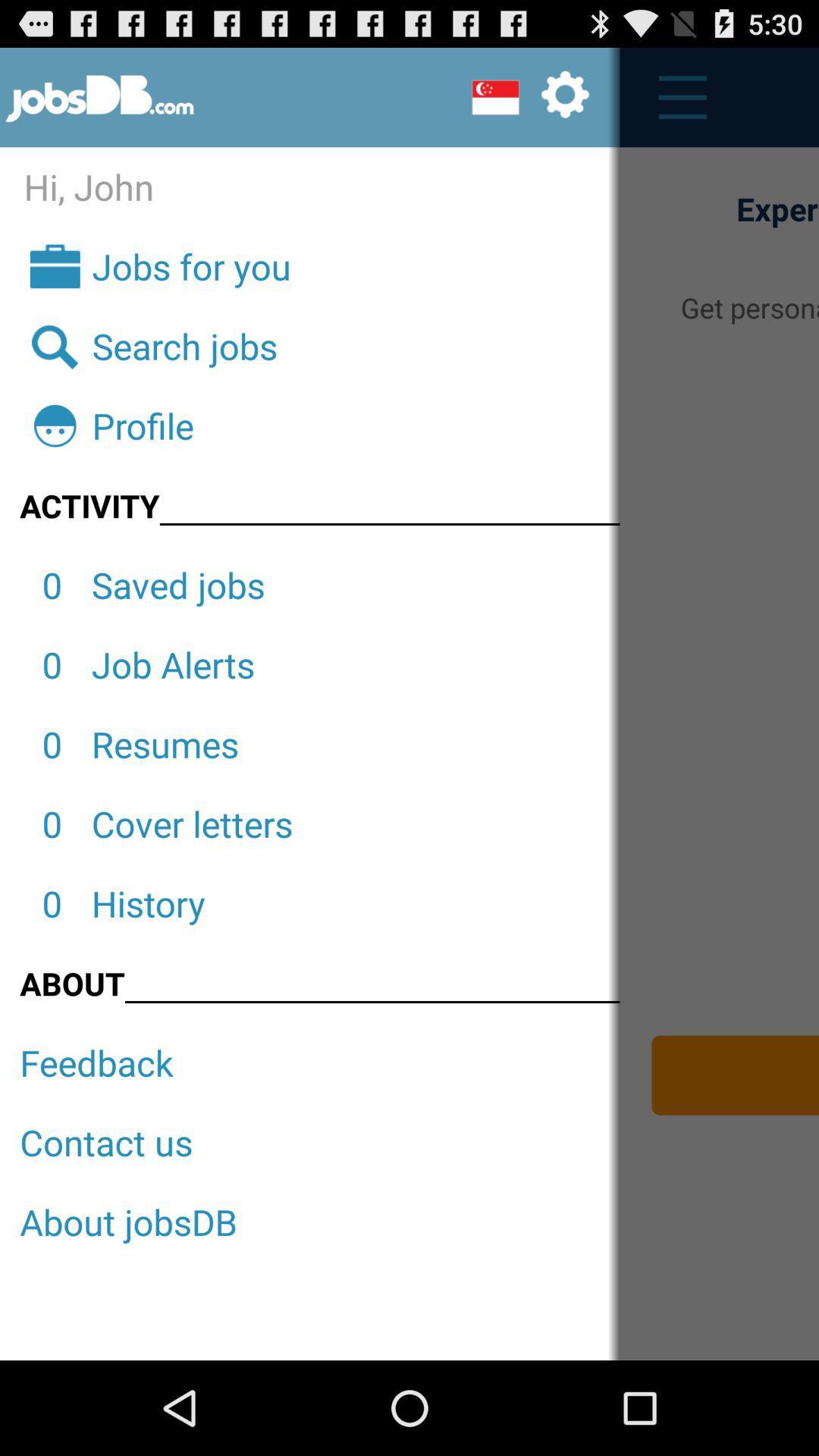 This screenshot has height=1456, width=819. What do you see at coordinates (529, 103) in the screenshot?
I see `the videocam icon` at bounding box center [529, 103].